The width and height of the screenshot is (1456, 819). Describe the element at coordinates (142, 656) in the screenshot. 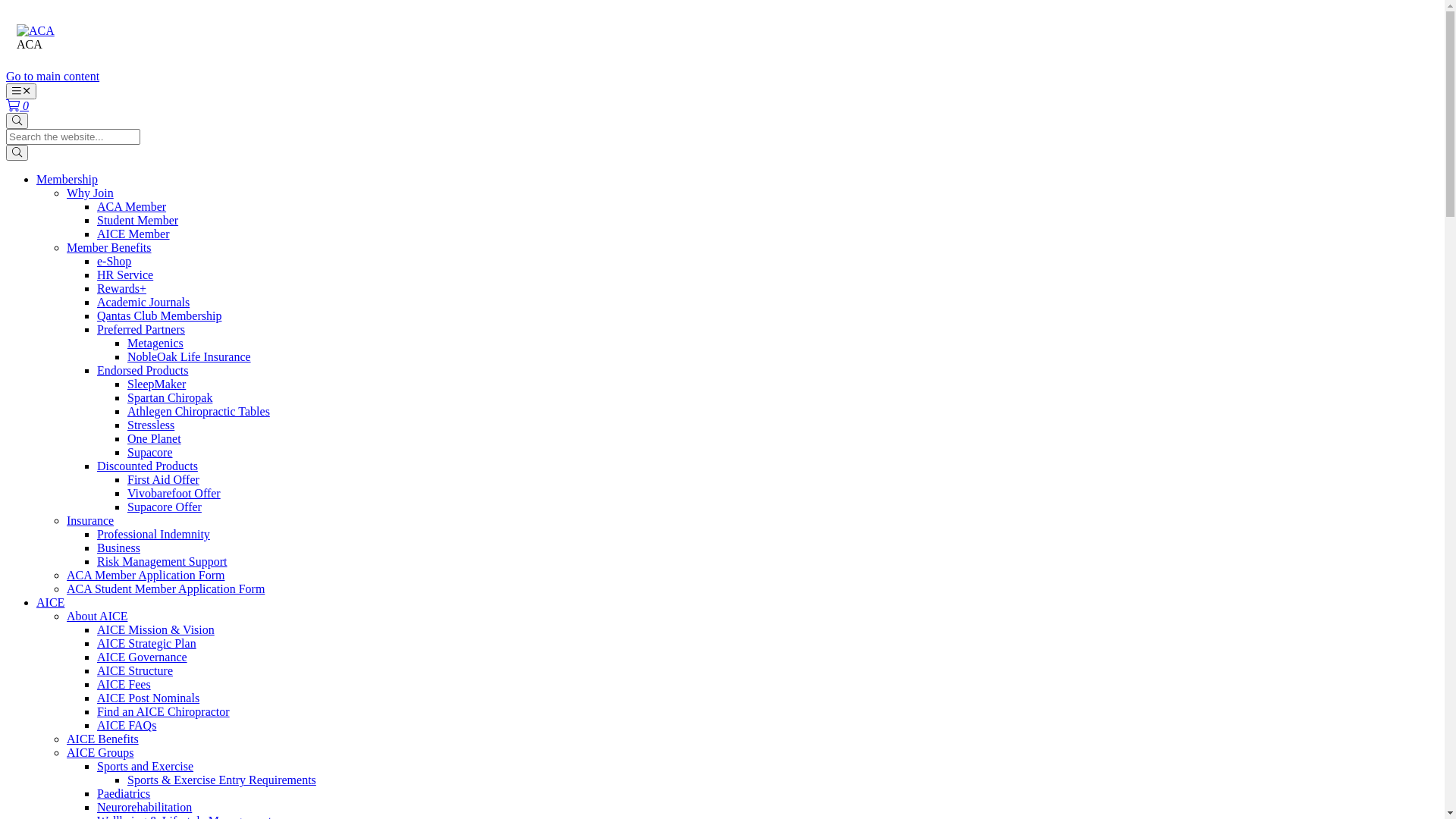

I see `'AICE Governance'` at that location.